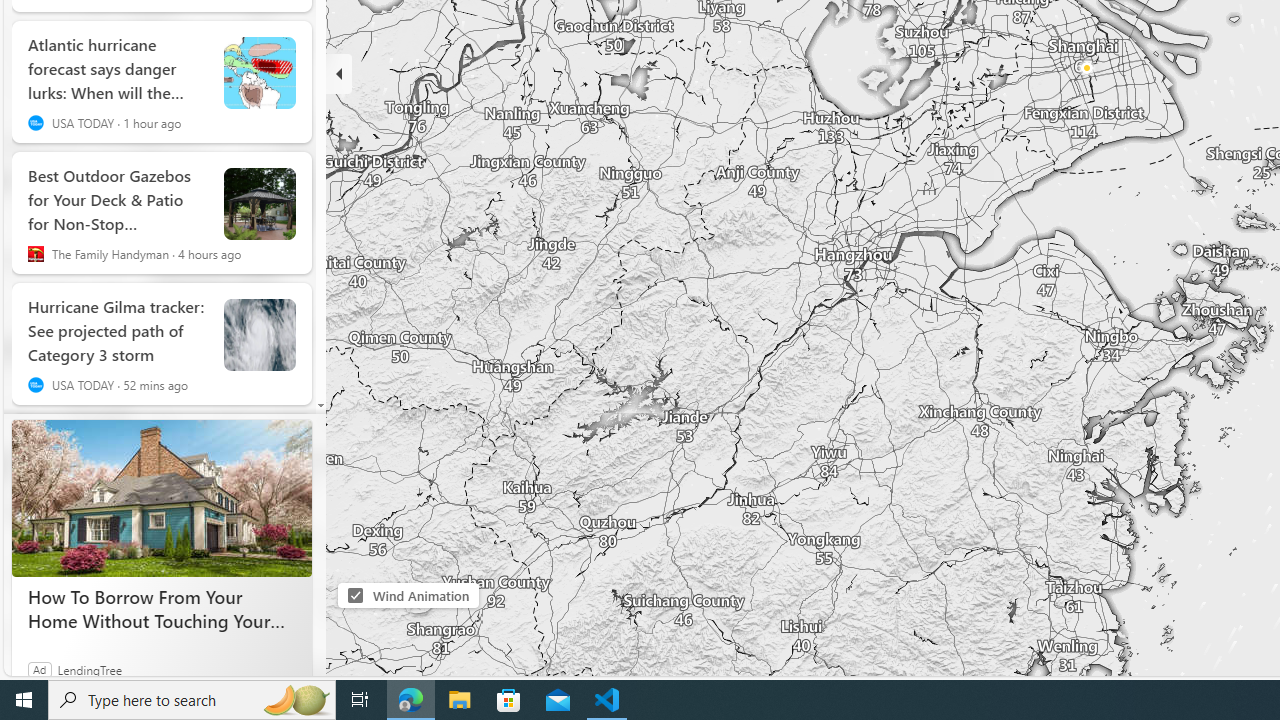  What do you see at coordinates (35, 385) in the screenshot?
I see `'USA TODAY'` at bounding box center [35, 385].